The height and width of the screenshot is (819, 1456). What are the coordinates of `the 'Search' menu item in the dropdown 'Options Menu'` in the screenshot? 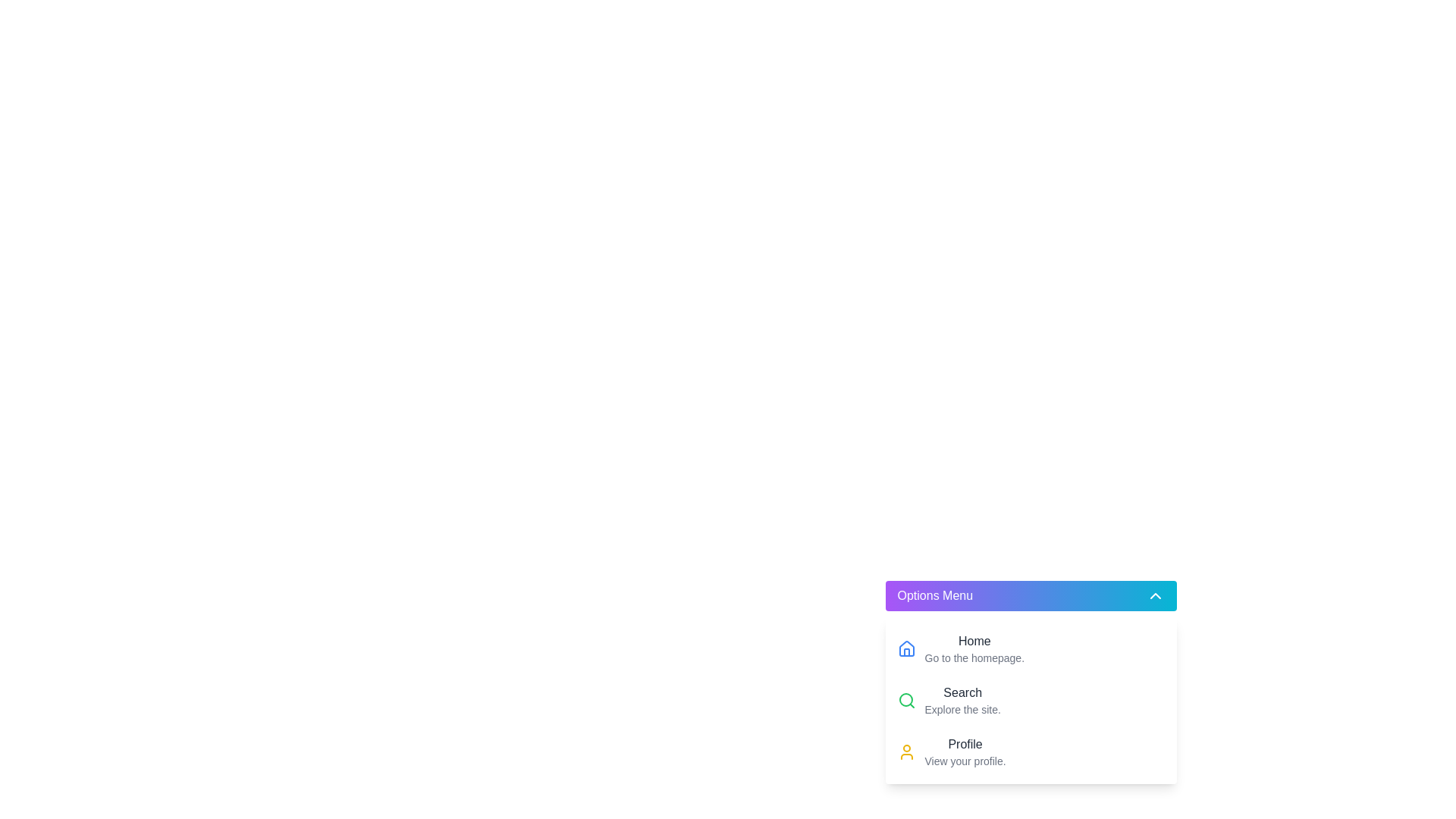 It's located at (1031, 681).